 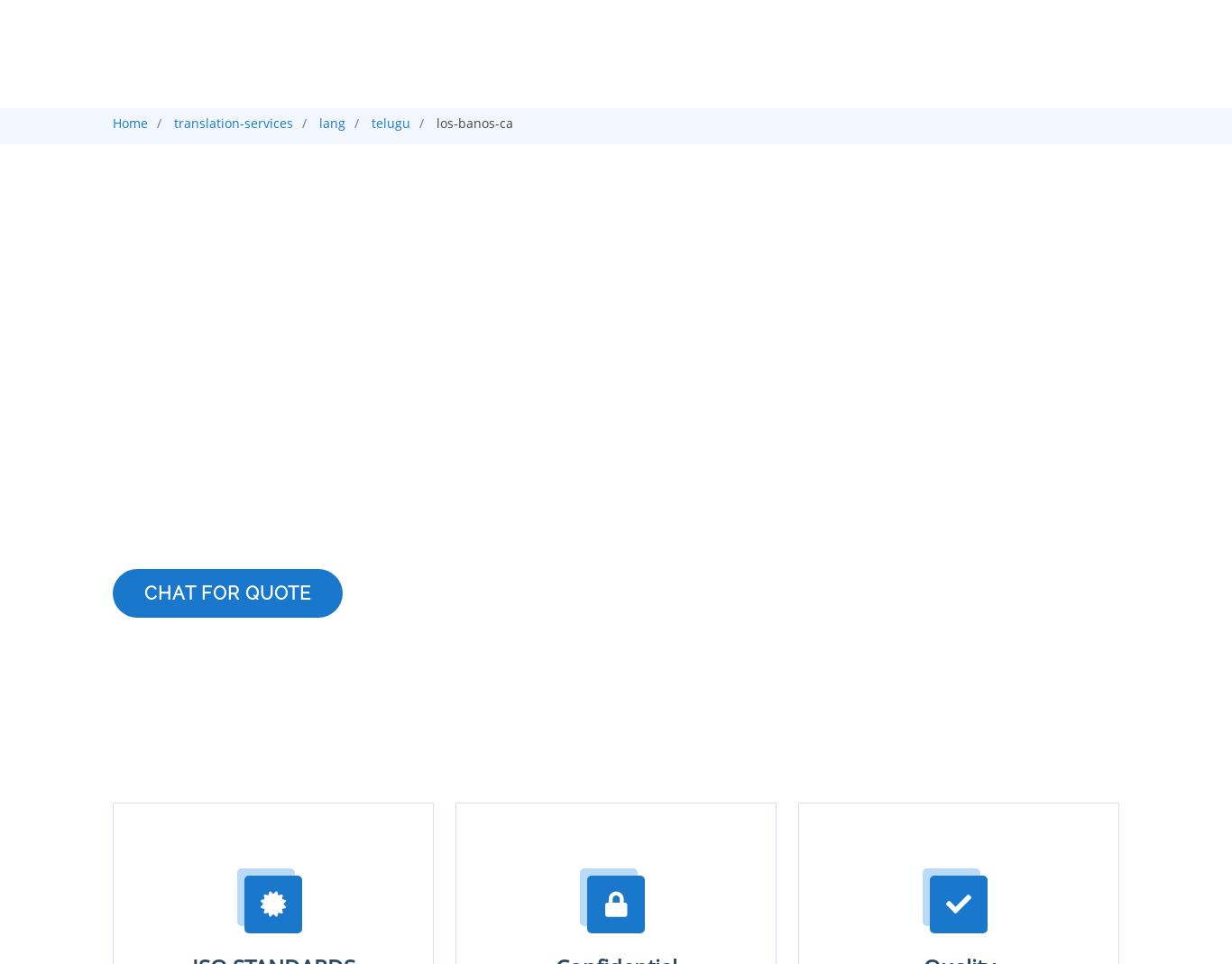 What do you see at coordinates (741, 11) in the screenshot?
I see `'Swiss'` at bounding box center [741, 11].